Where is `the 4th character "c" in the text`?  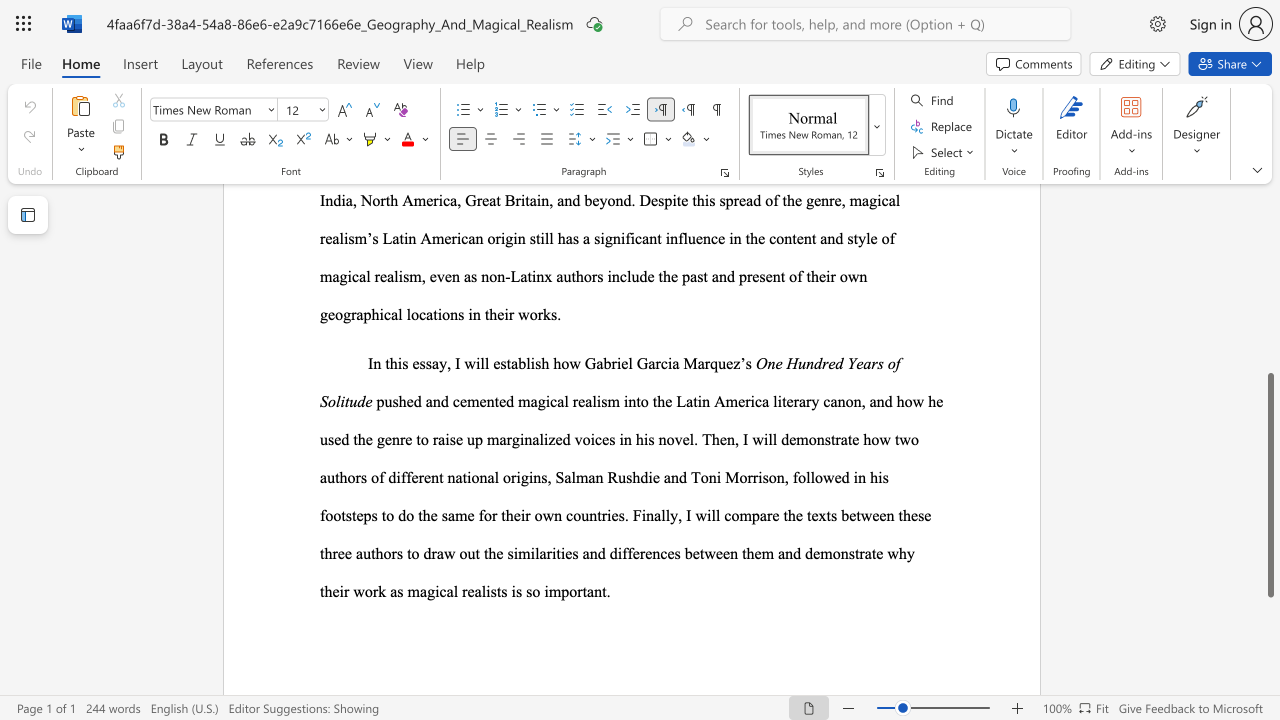 the 4th character "c" in the text is located at coordinates (387, 314).